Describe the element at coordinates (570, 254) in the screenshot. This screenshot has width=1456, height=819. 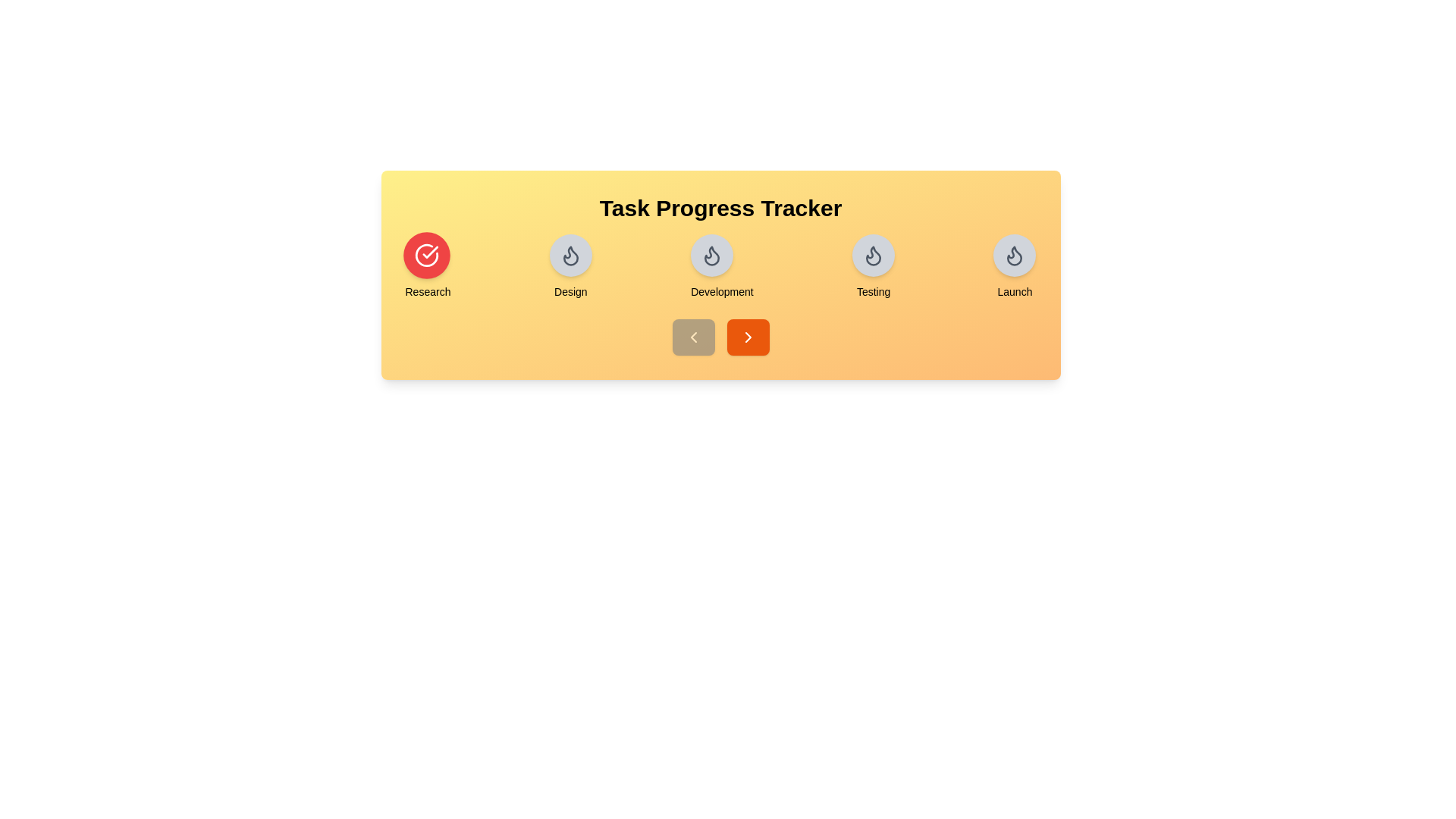
I see `the flame-shaped icon representing the 'Design' stage in the 'Task Progress Tracker'` at that location.